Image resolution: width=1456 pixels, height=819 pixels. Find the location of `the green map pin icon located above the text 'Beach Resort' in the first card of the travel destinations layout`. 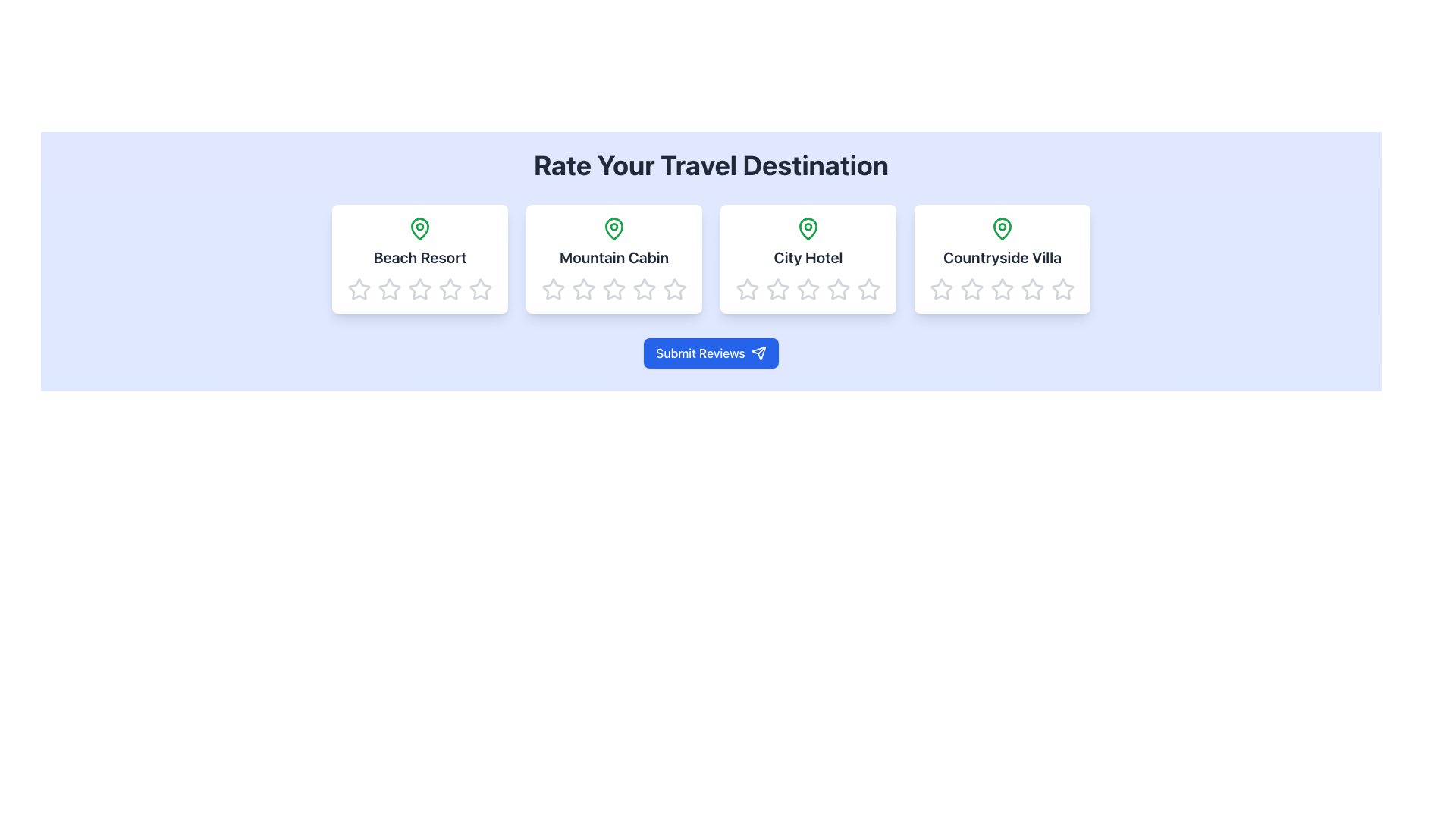

the green map pin icon located above the text 'Beach Resort' in the first card of the travel destinations layout is located at coordinates (419, 228).